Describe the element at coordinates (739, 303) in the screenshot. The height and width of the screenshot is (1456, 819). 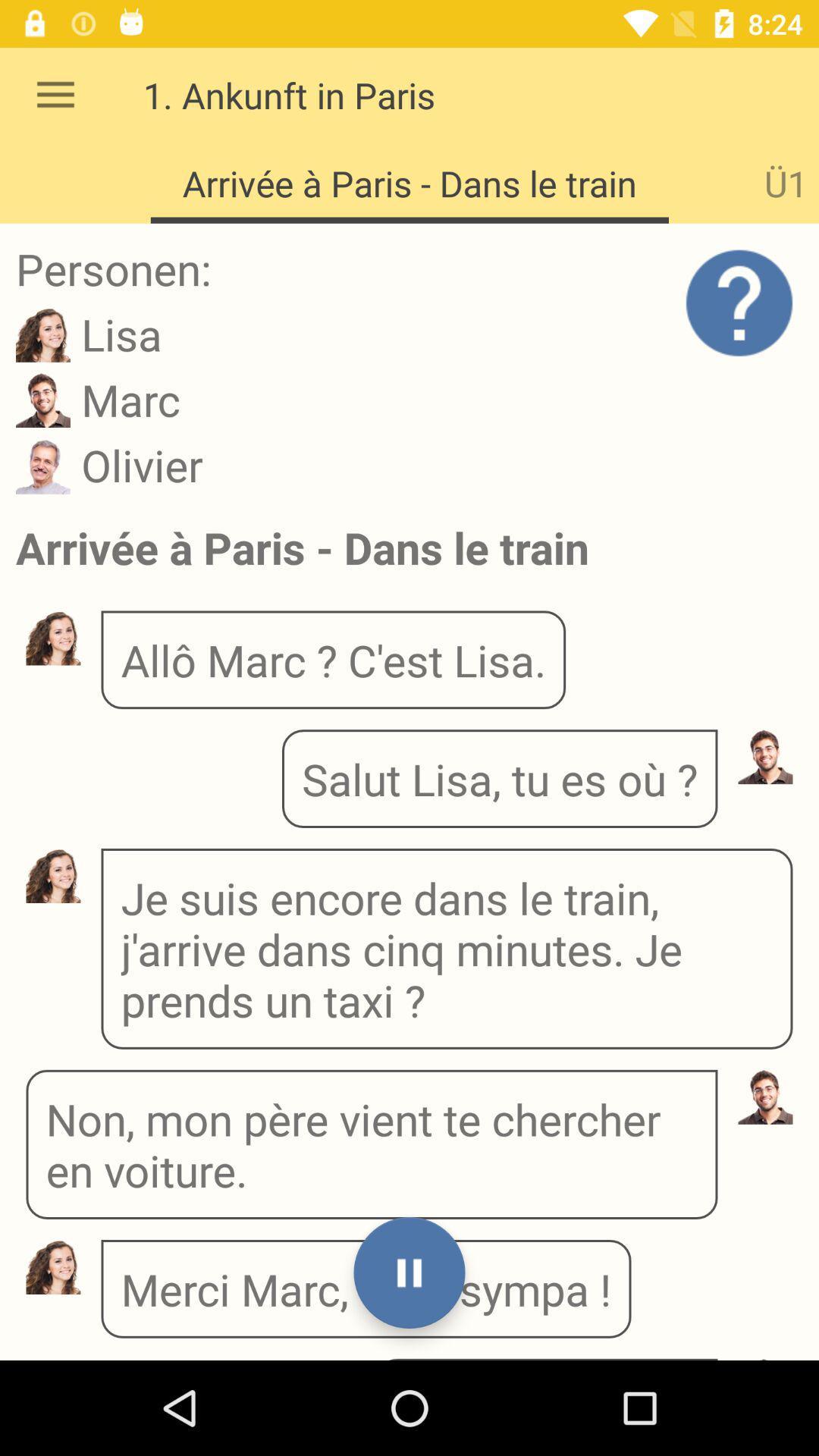
I see `the help icon` at that location.